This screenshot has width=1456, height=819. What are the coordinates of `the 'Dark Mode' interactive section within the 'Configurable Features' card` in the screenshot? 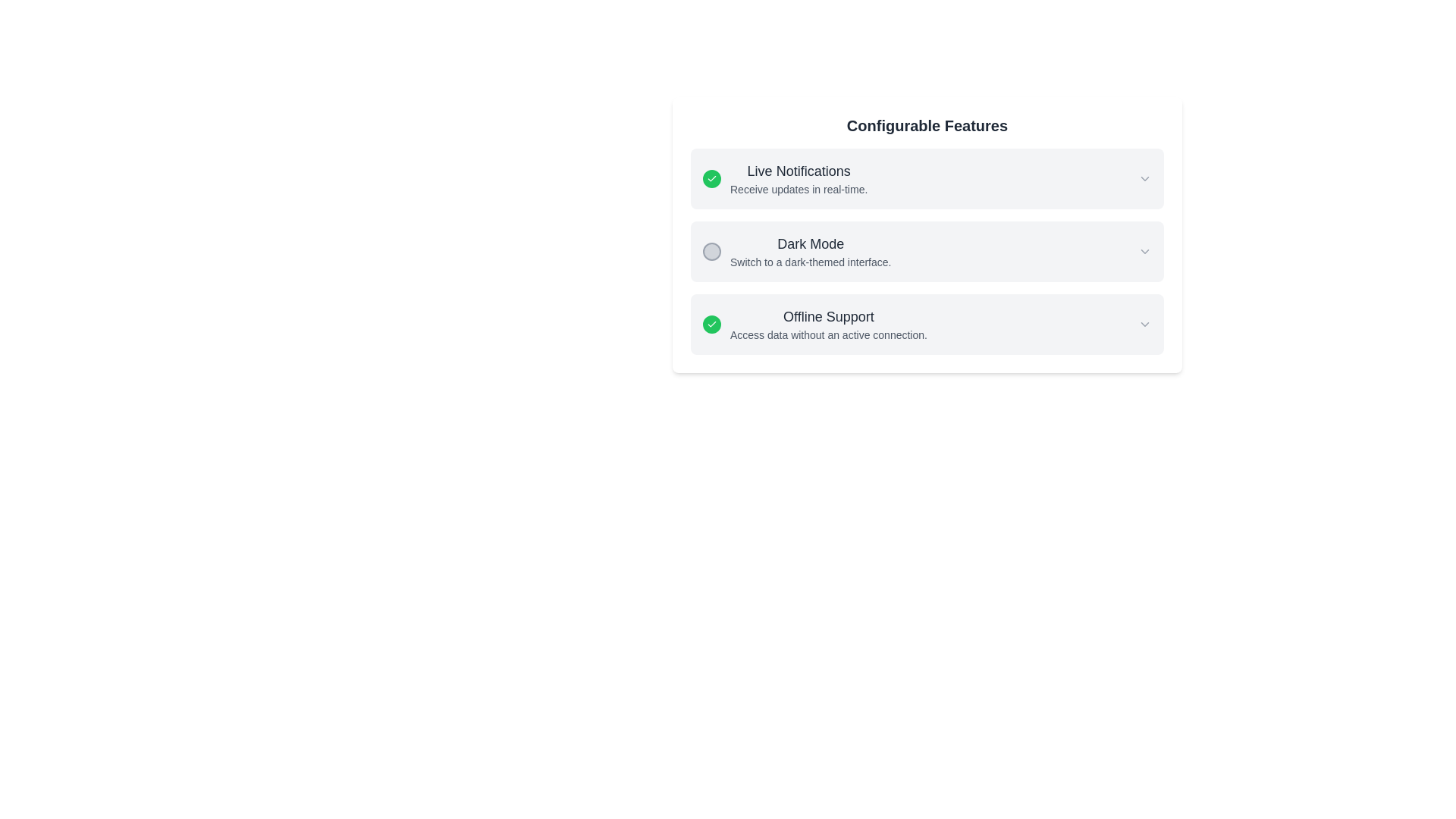 It's located at (927, 250).